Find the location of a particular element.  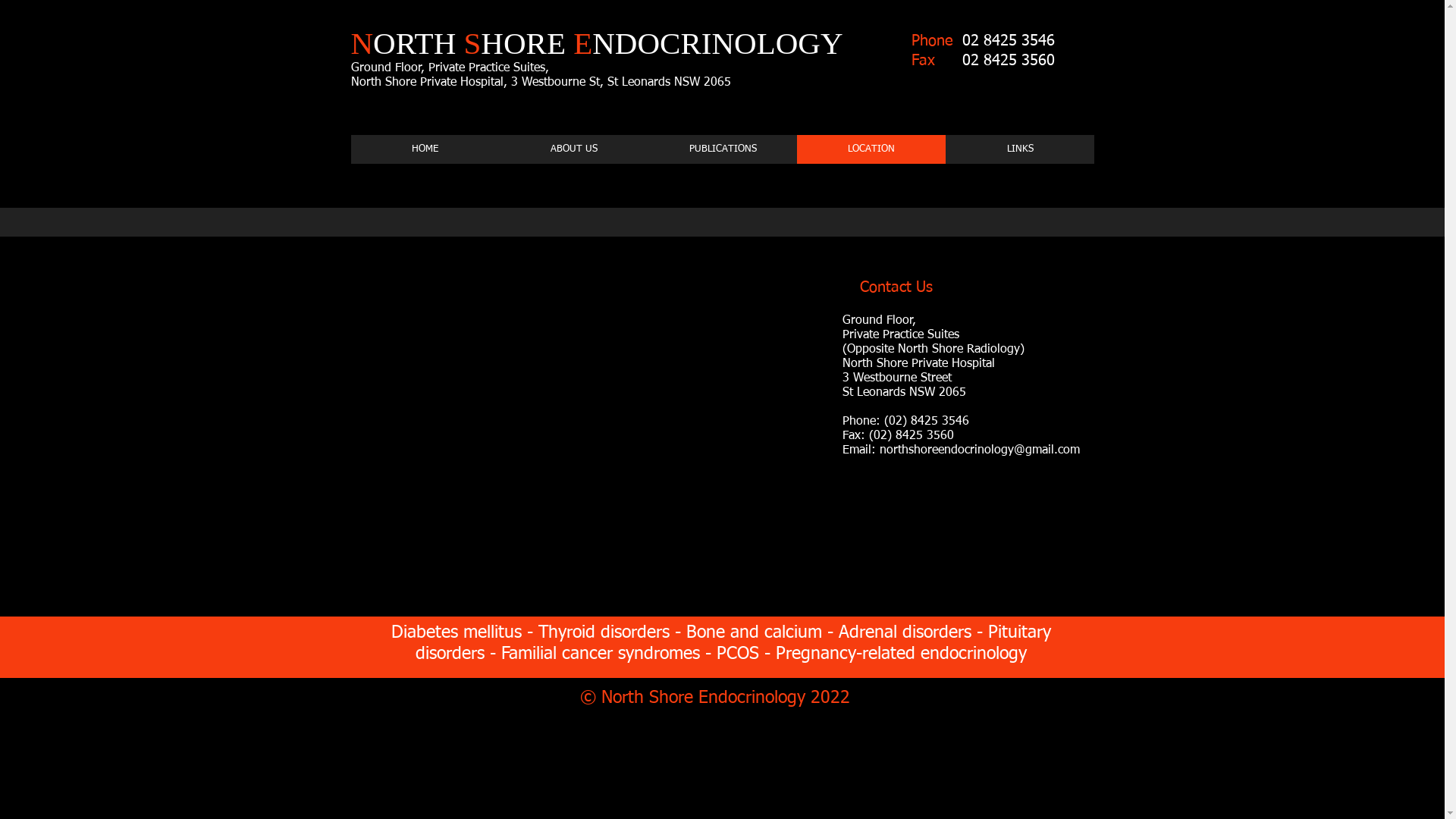

'HOME' is located at coordinates (425, 149).